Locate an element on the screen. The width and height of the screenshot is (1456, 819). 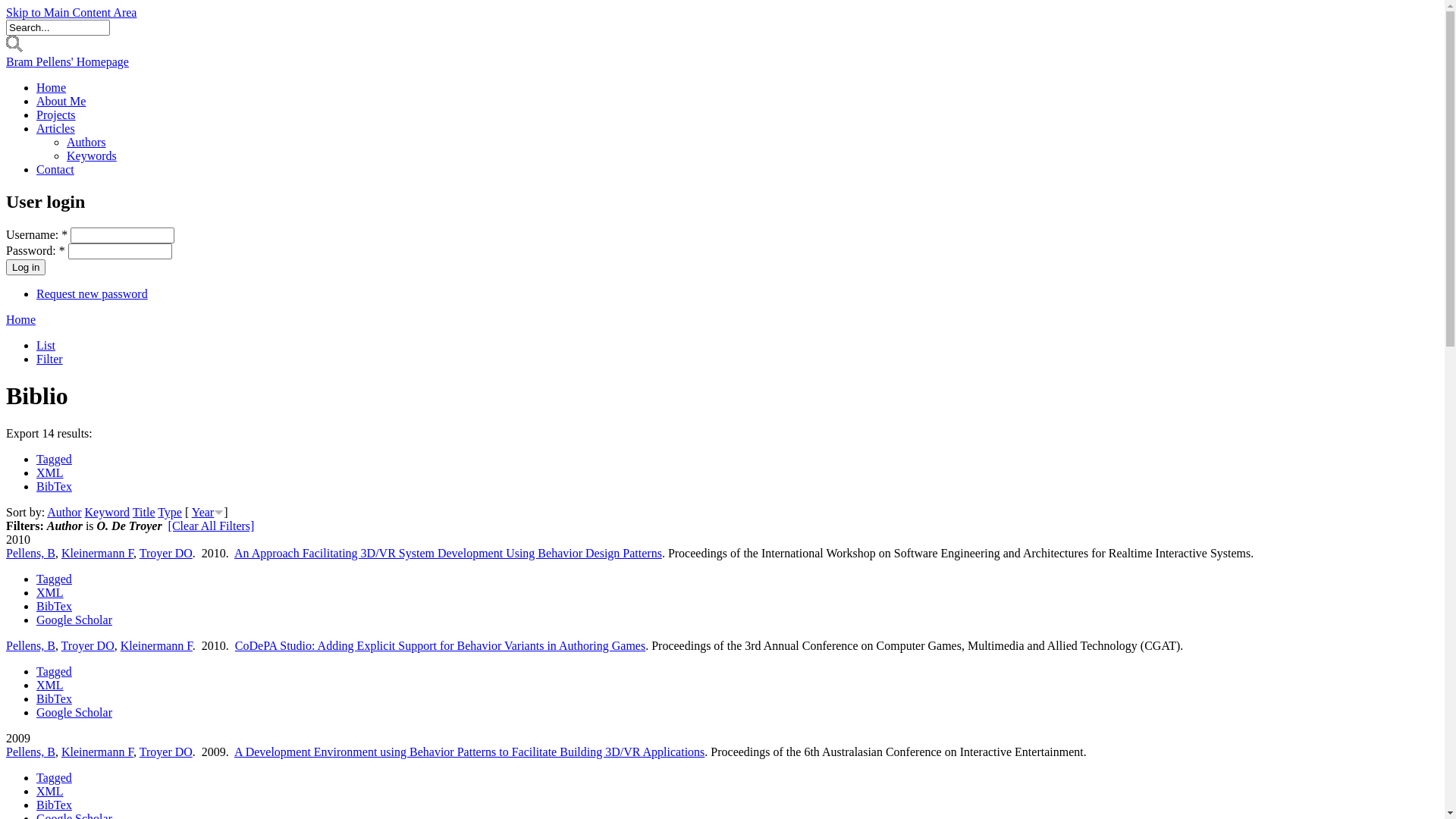
'Enter the terms you wish to search for.' is located at coordinates (58, 27).